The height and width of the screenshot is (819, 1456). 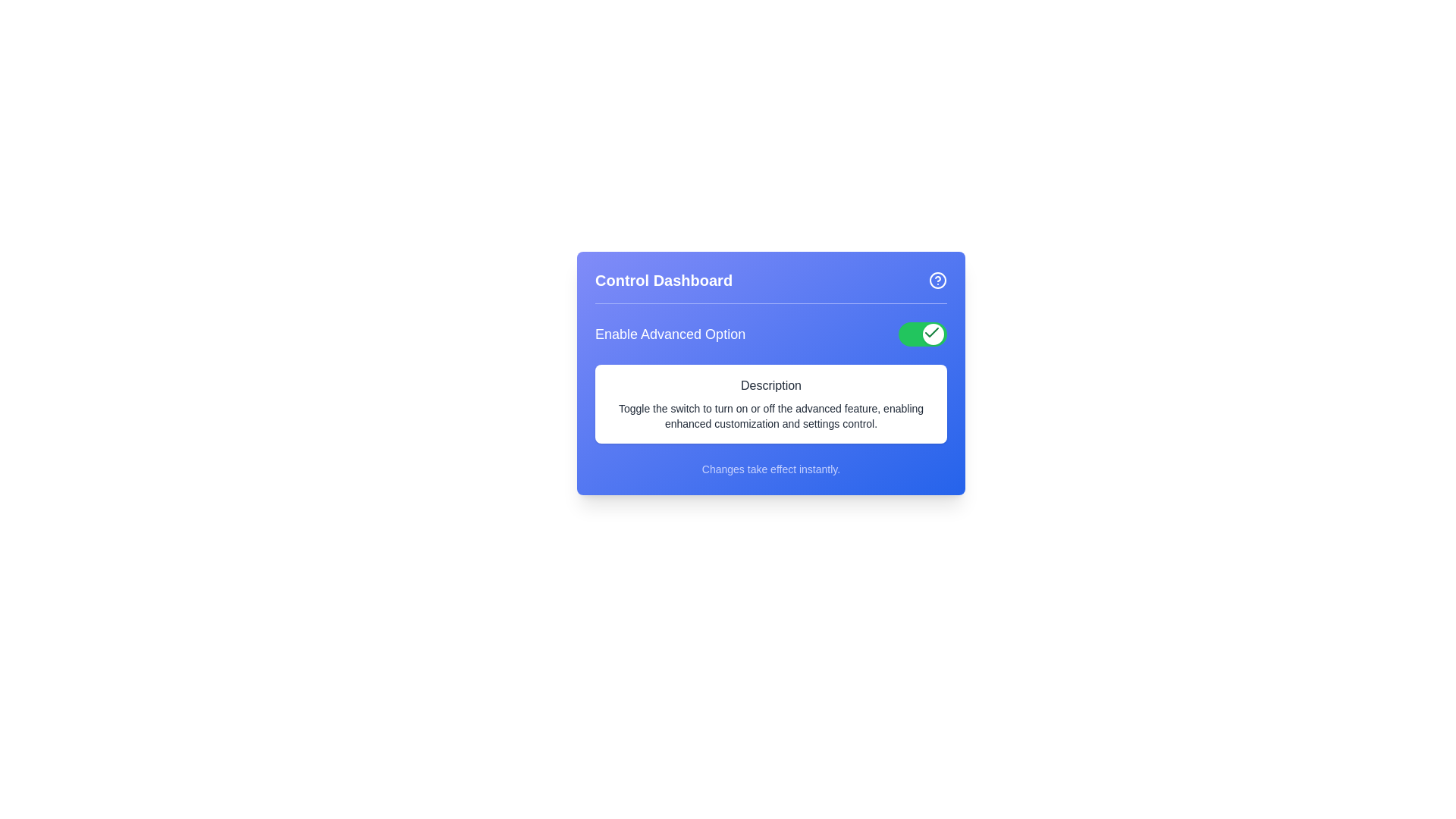 I want to click on text block titled 'Description' that explains the toggle switch functionality, located within a rectangular area below the 'Enable Advanced Option' section, so click(x=771, y=403).